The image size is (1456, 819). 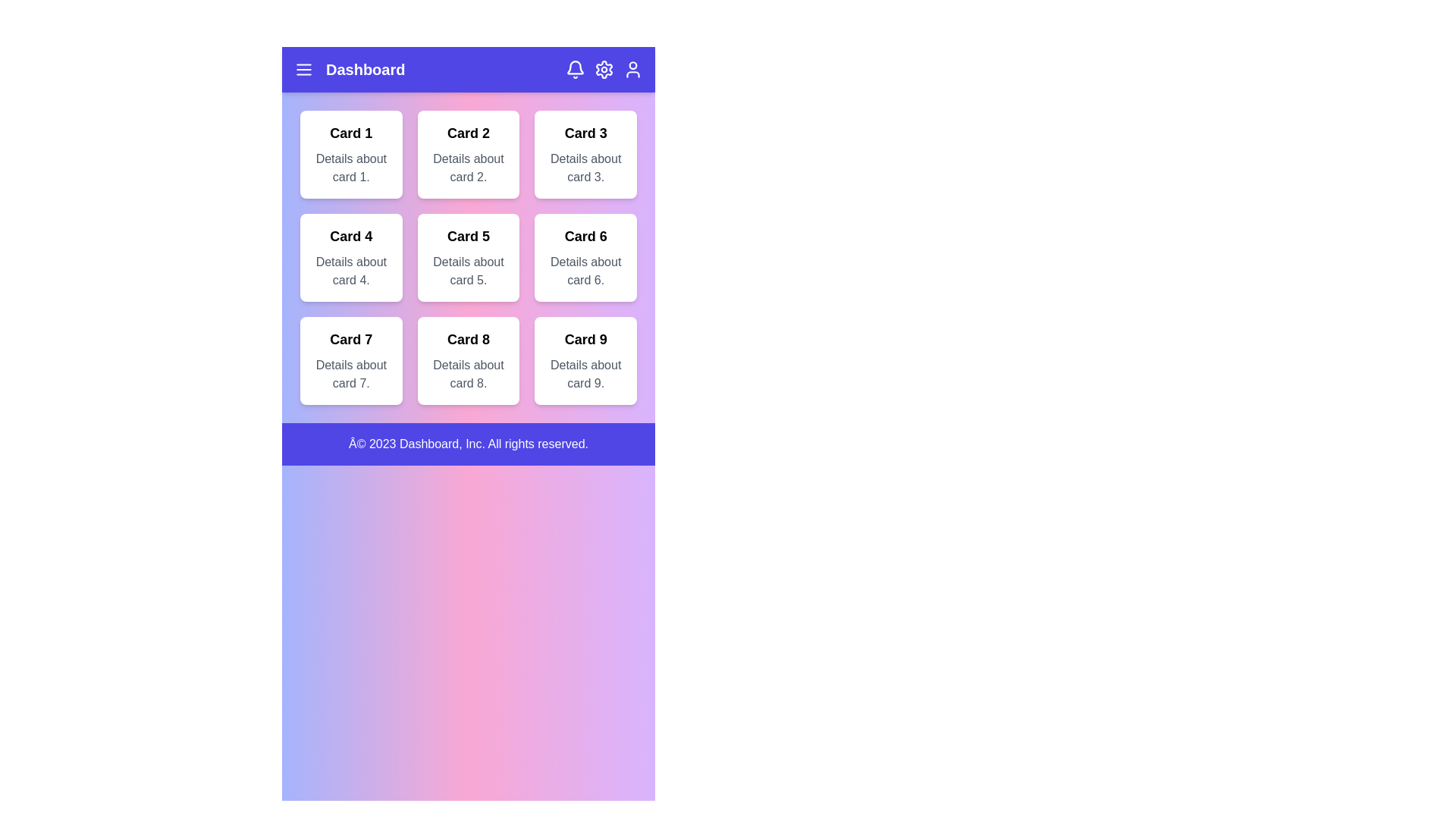 I want to click on the menu button located at the top left corner, so click(x=303, y=70).